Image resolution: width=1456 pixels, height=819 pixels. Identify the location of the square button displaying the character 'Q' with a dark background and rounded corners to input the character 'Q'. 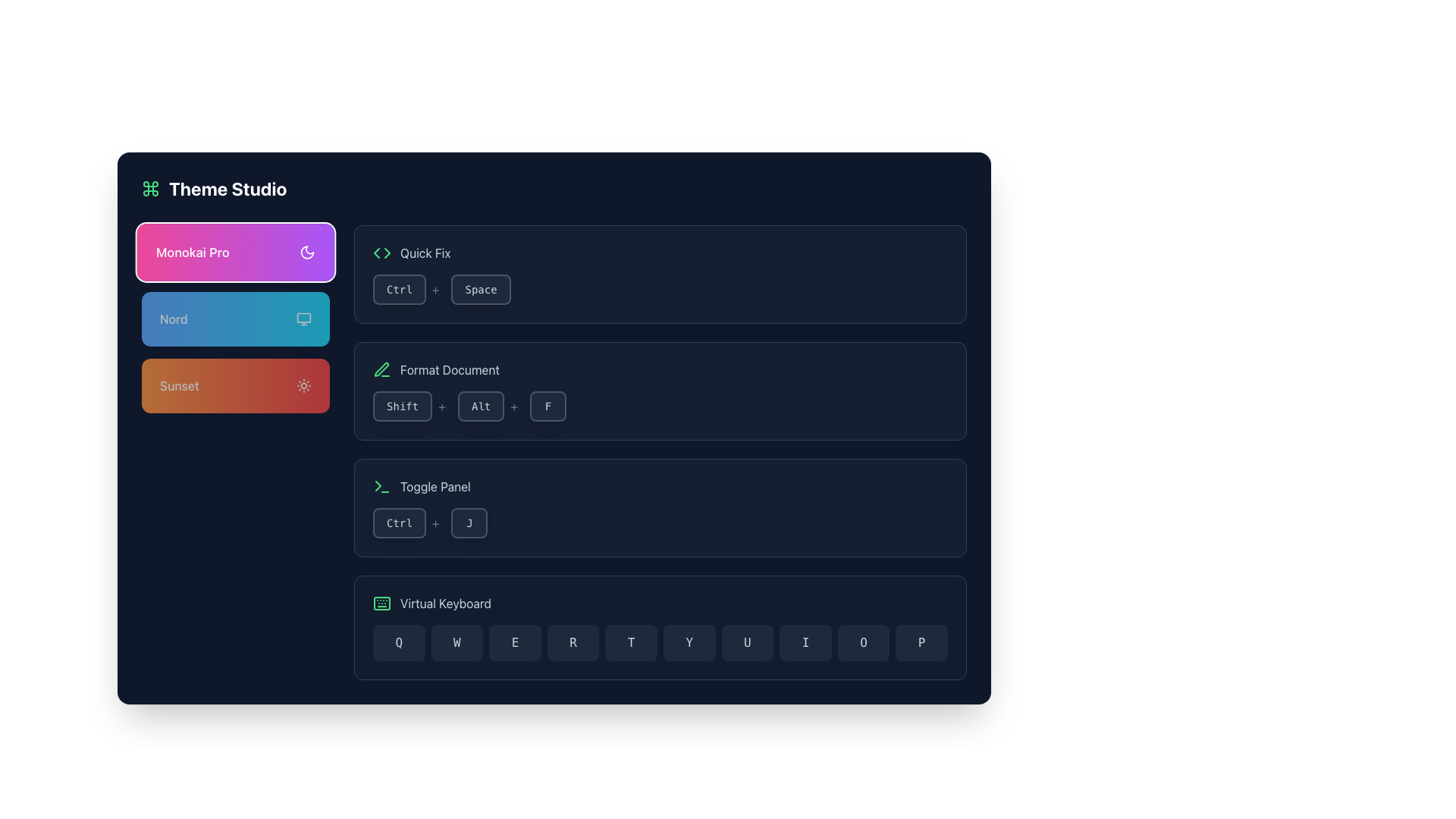
(399, 643).